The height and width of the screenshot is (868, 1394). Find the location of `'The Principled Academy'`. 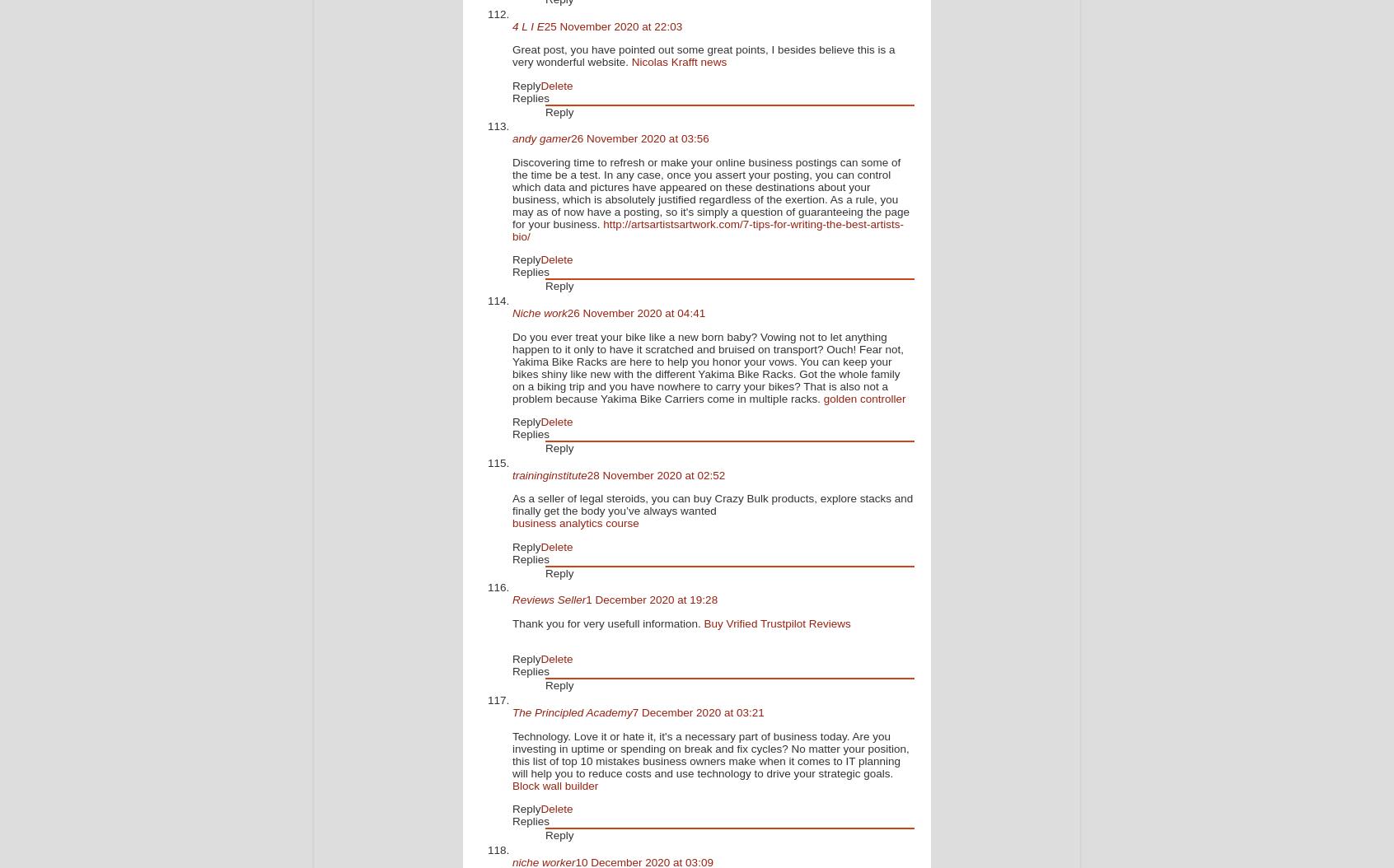

'The Principled Academy' is located at coordinates (572, 712).